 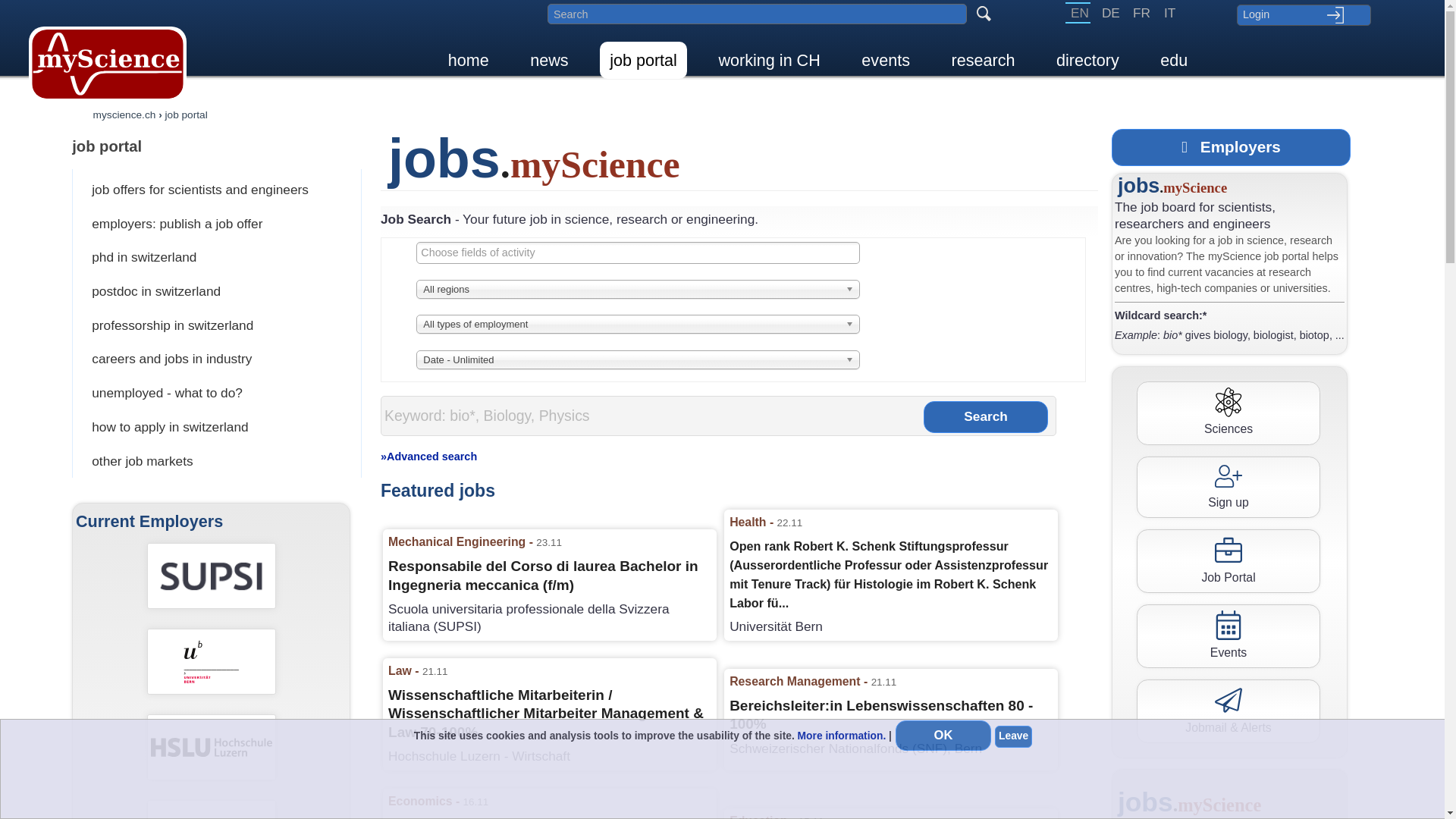 I want to click on 'Search', so click(x=923, y=417).